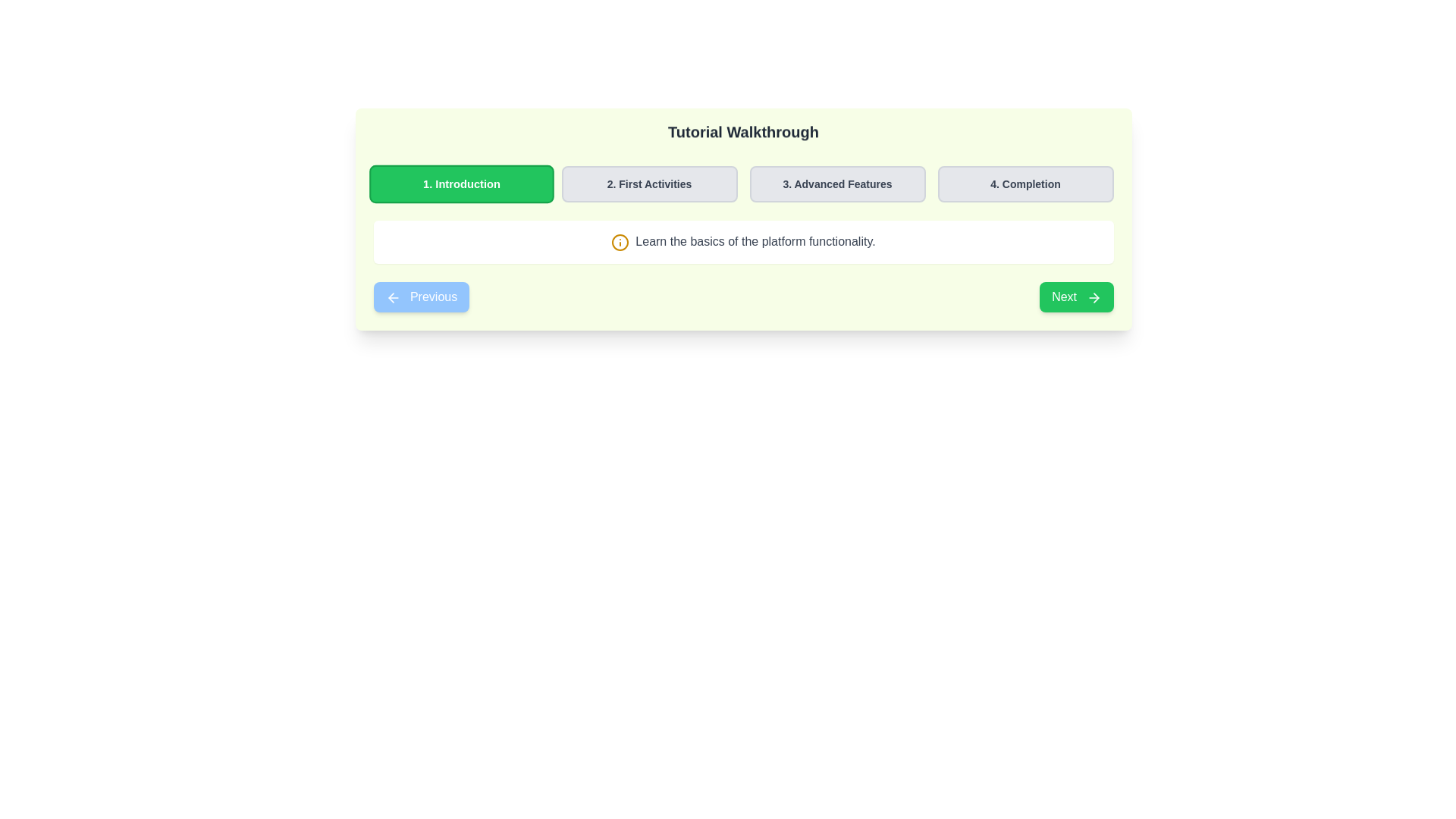 This screenshot has width=1456, height=819. I want to click on the '1. Introduction' step in the Step Navigation Bar, so click(743, 184).